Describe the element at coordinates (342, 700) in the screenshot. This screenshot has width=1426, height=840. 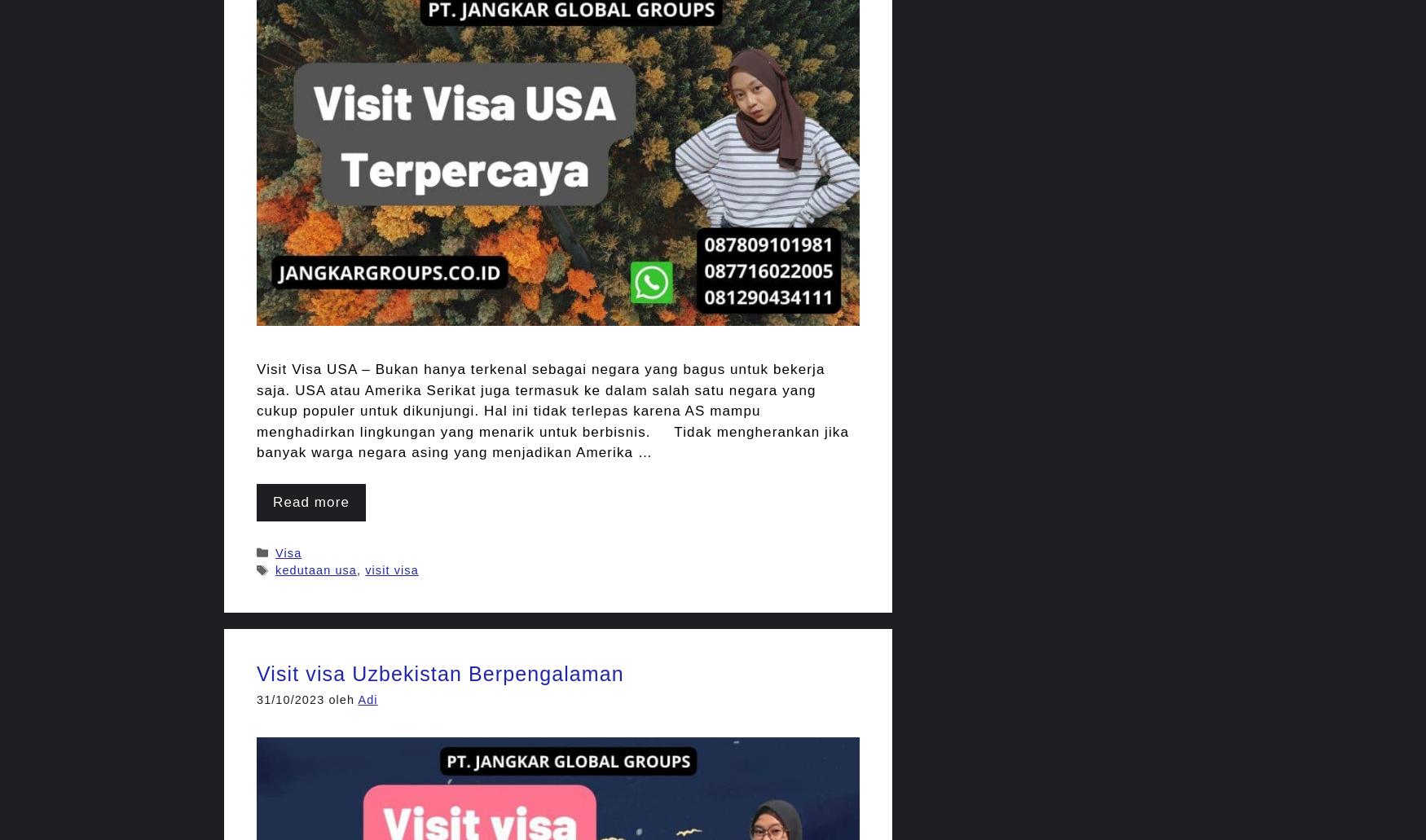
I see `'oleh'` at that location.